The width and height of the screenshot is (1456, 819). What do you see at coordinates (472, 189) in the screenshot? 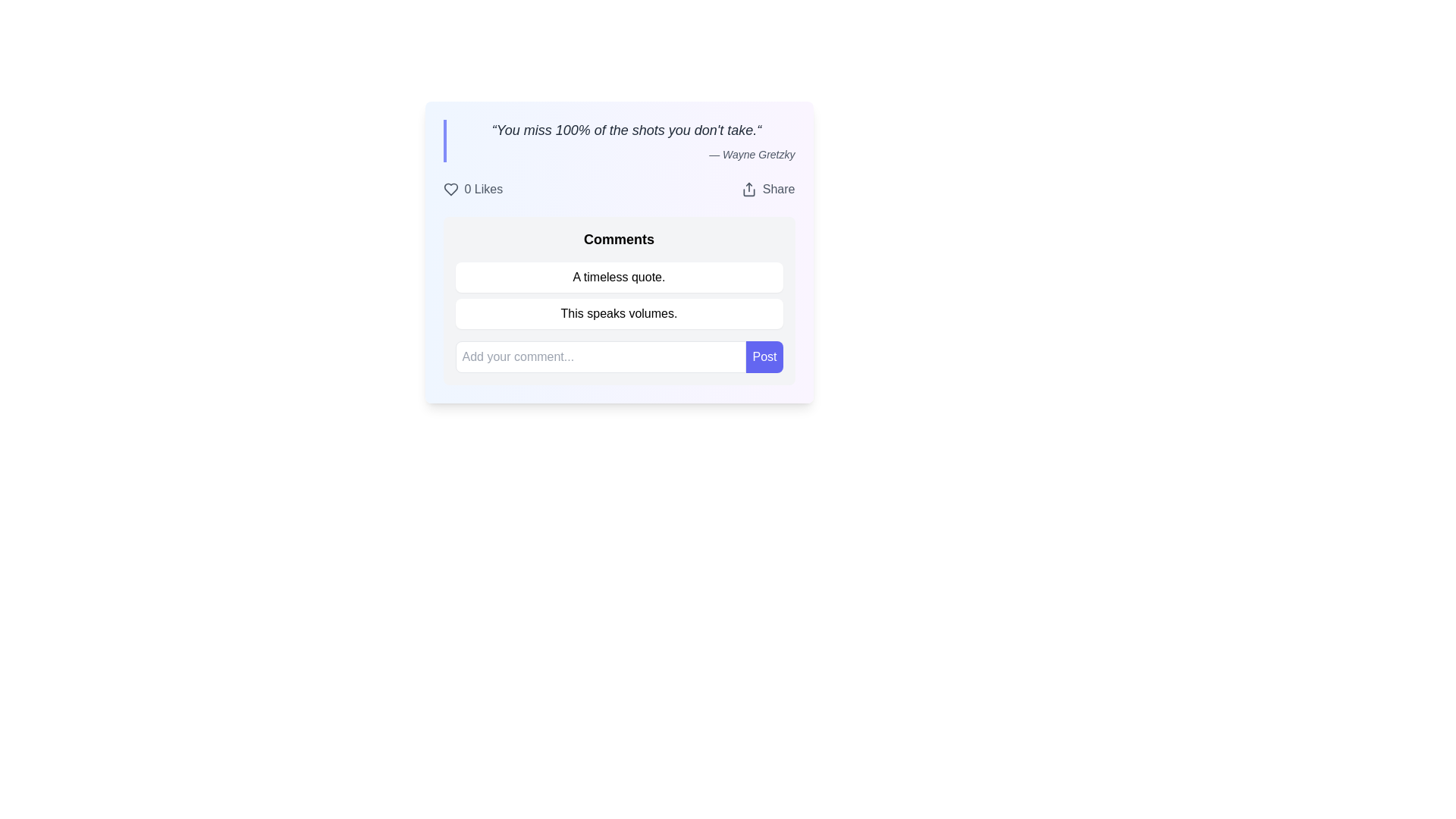
I see `the '0 Likes' button, which is styled in gray and features a heart icon to its left, to like the content` at bounding box center [472, 189].